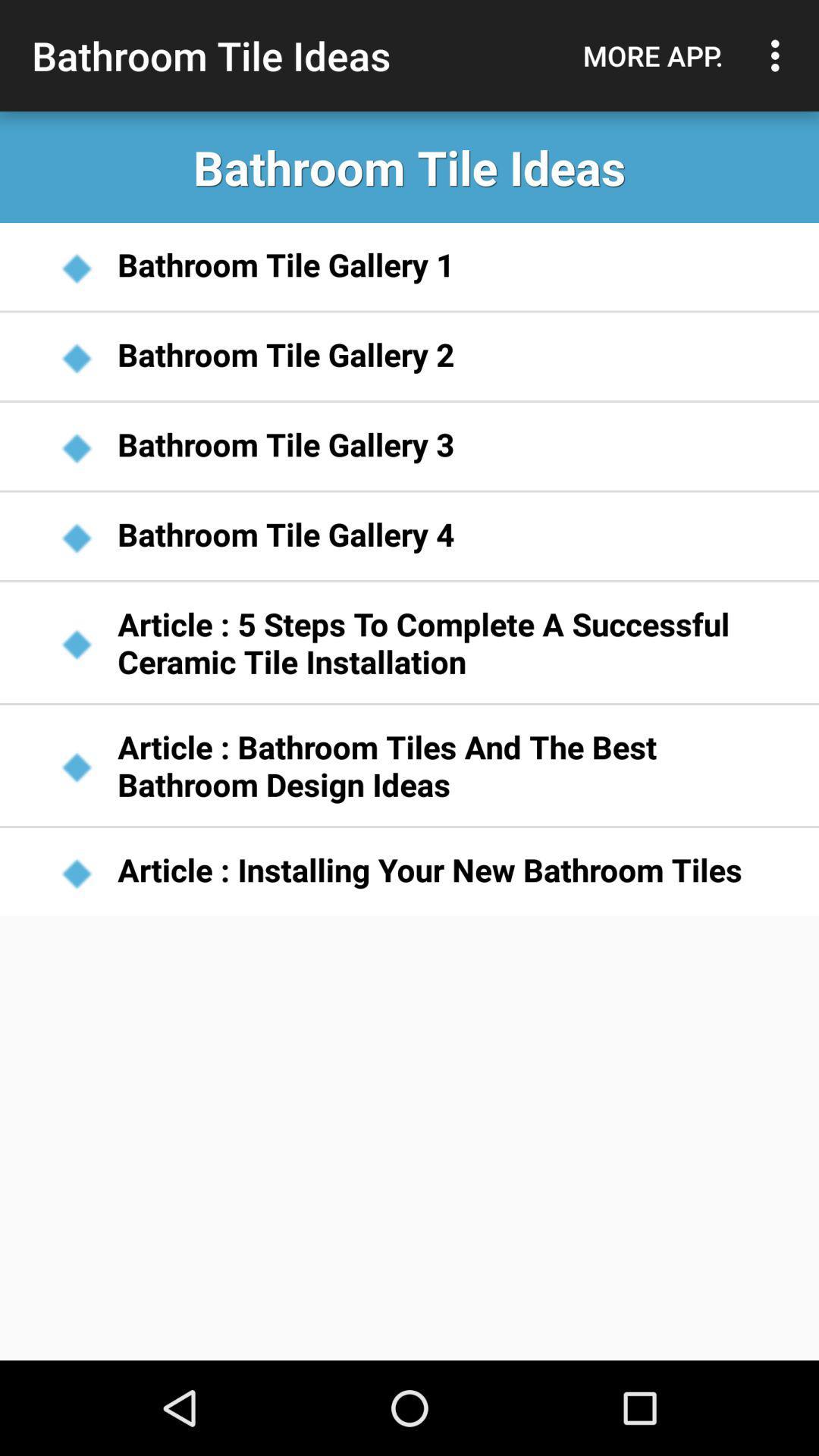  Describe the element at coordinates (779, 55) in the screenshot. I see `the app above bathroom tile ideas icon` at that location.